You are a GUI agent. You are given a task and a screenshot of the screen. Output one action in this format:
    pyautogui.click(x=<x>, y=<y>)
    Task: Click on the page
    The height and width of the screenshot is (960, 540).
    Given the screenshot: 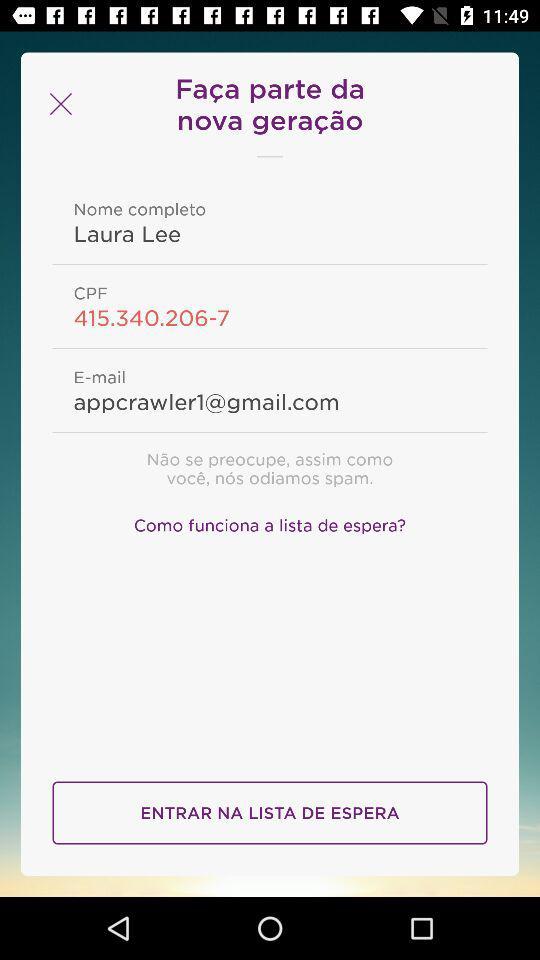 What is the action you would take?
    pyautogui.click(x=58, y=104)
    